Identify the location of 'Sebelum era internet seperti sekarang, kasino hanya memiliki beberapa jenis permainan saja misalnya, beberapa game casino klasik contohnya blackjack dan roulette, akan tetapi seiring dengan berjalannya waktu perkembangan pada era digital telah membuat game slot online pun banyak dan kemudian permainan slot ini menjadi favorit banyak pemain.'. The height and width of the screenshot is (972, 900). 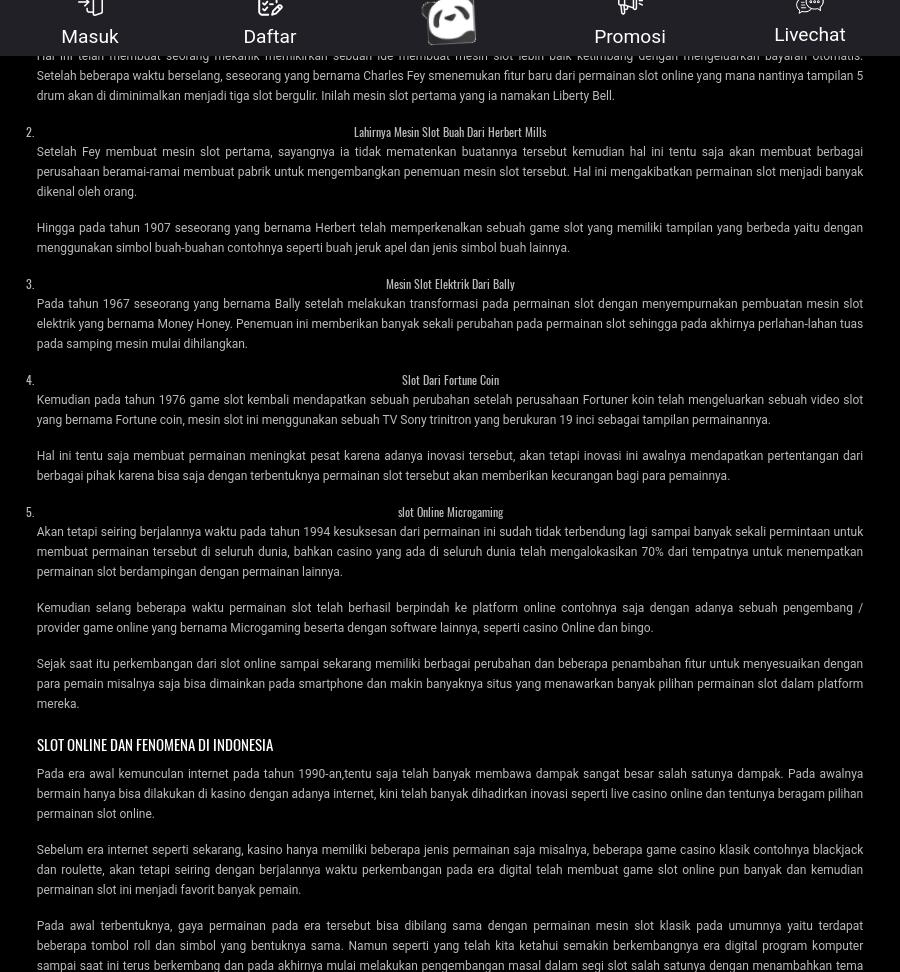
(35, 868).